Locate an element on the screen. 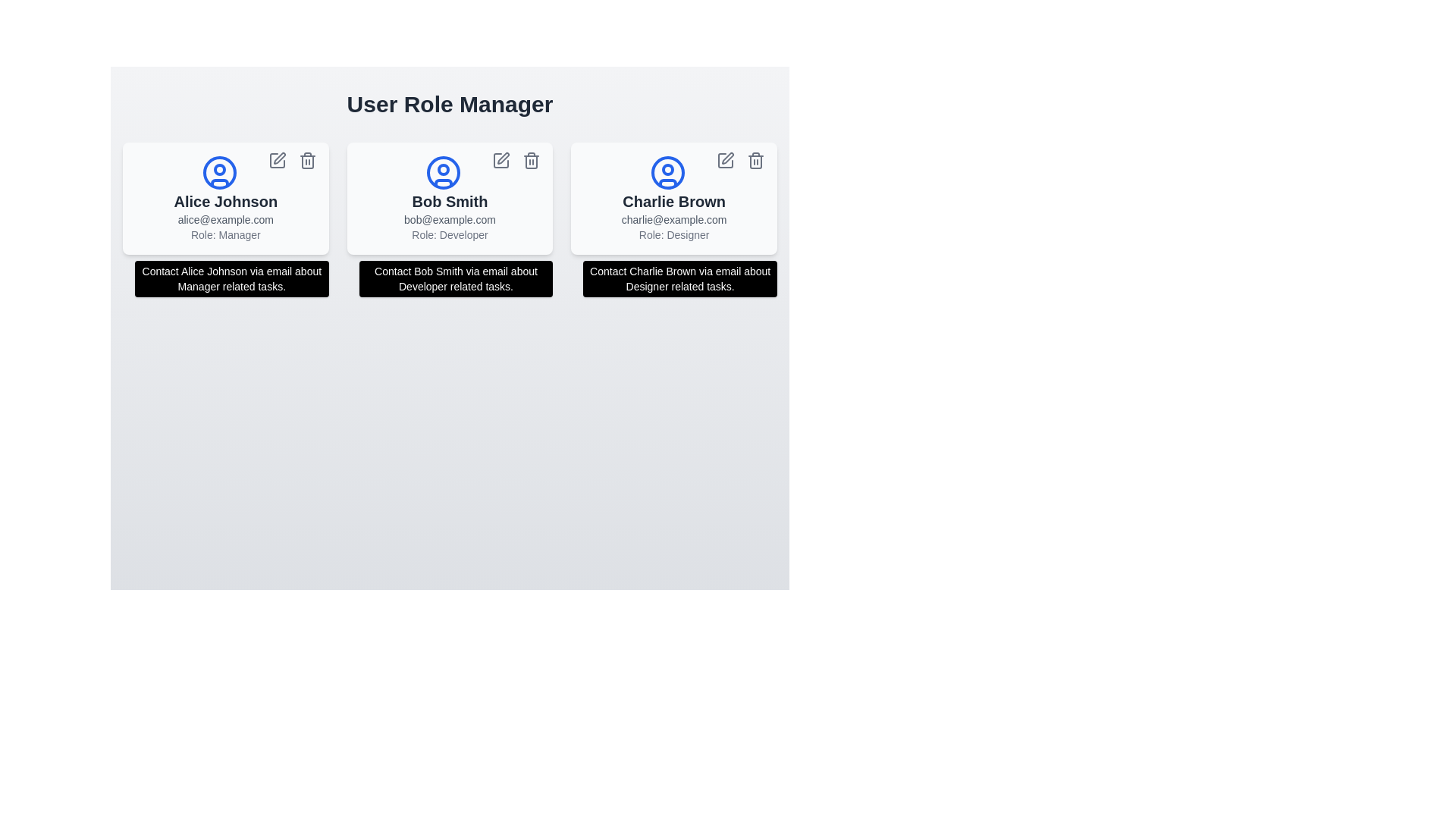  the 'Developer' text label indicating the role of the associated user 'Bob Smith', which is located centrally within the user information card is located at coordinates (449, 234).